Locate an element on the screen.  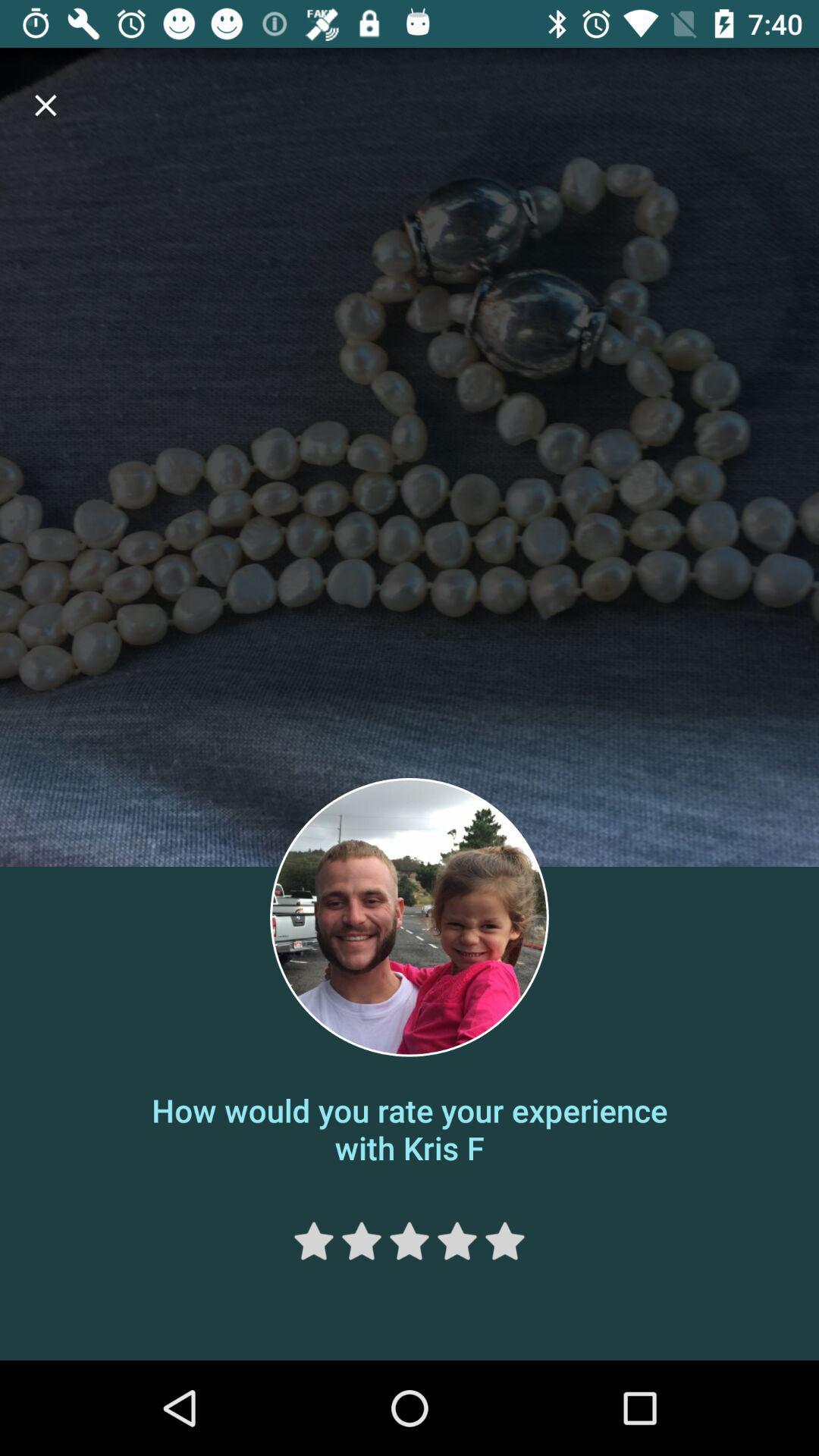
the star icon is located at coordinates (505, 1241).